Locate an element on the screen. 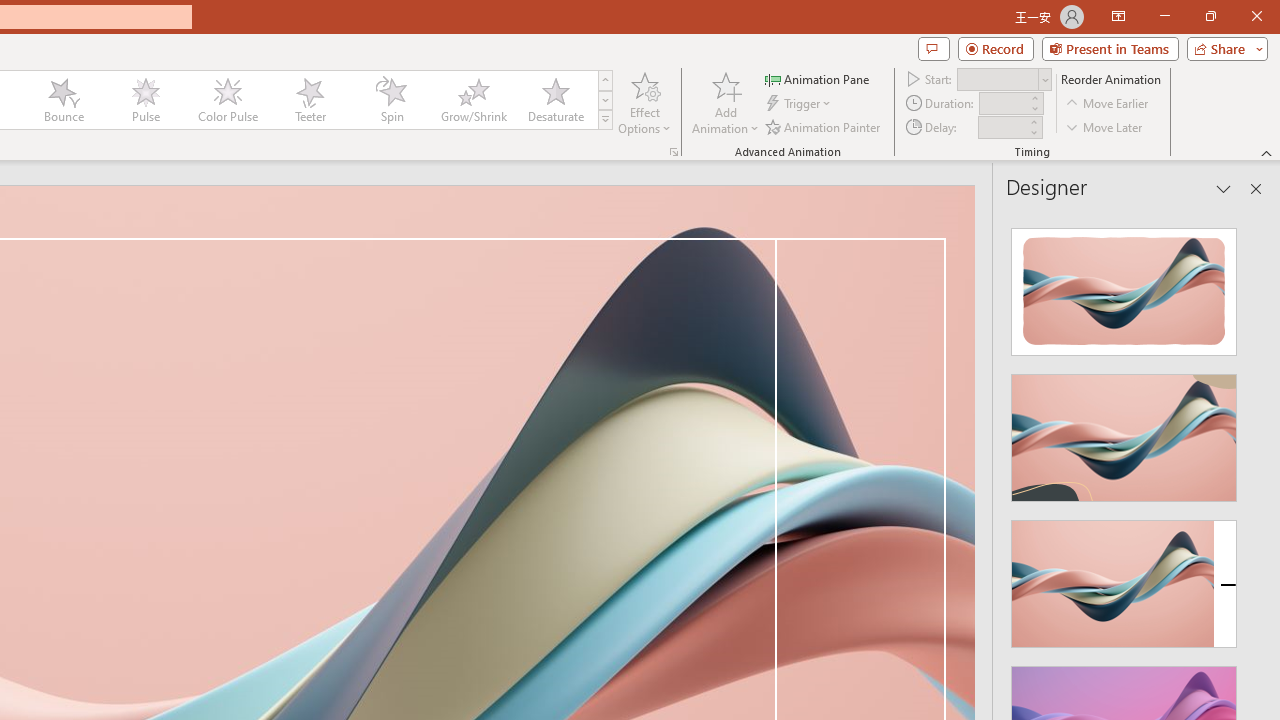 The height and width of the screenshot is (720, 1280). 'Effect Options' is located at coordinates (645, 103).